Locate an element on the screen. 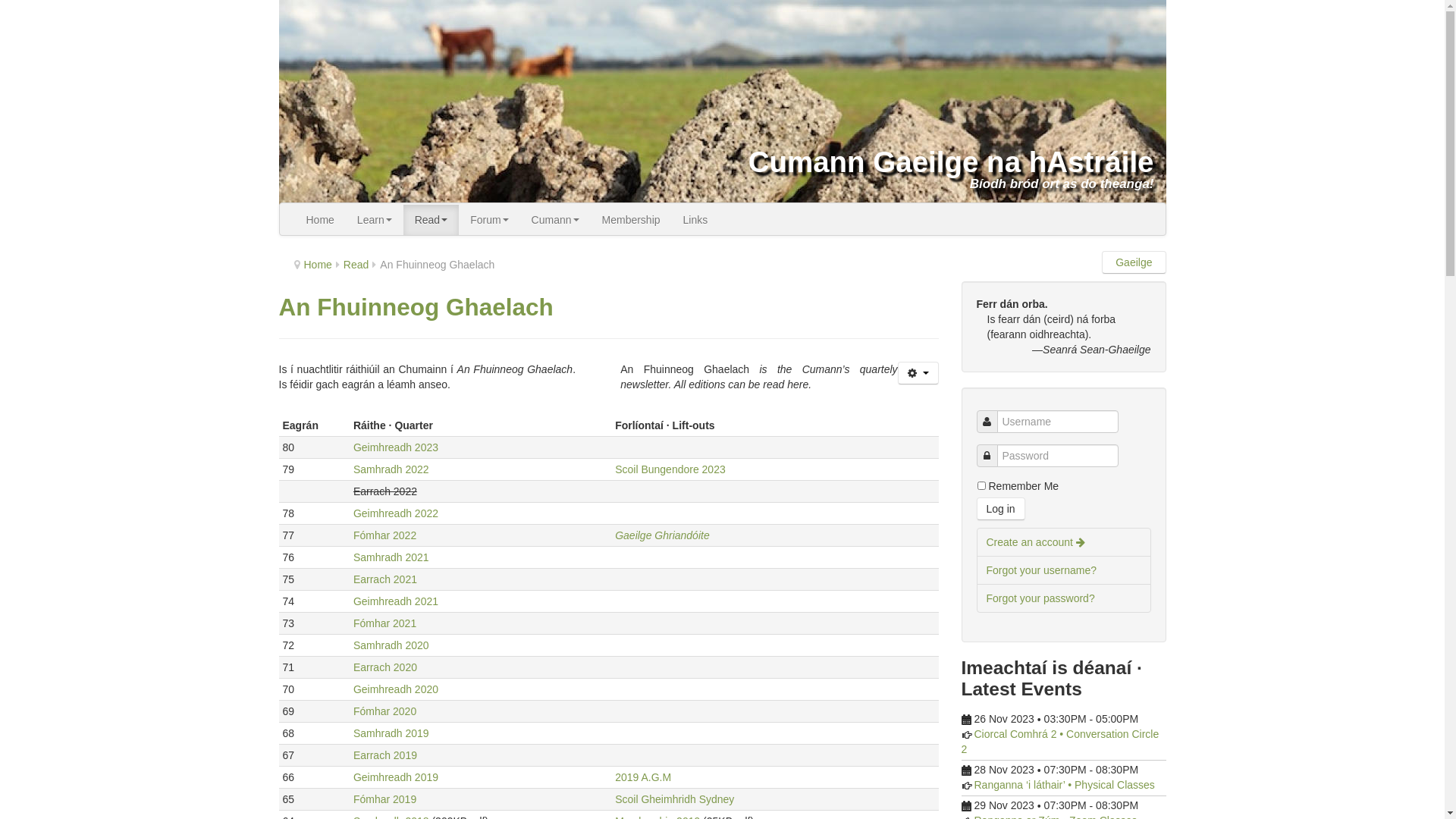 This screenshot has height=819, width=1456. 'Learn' is located at coordinates (375, 219).